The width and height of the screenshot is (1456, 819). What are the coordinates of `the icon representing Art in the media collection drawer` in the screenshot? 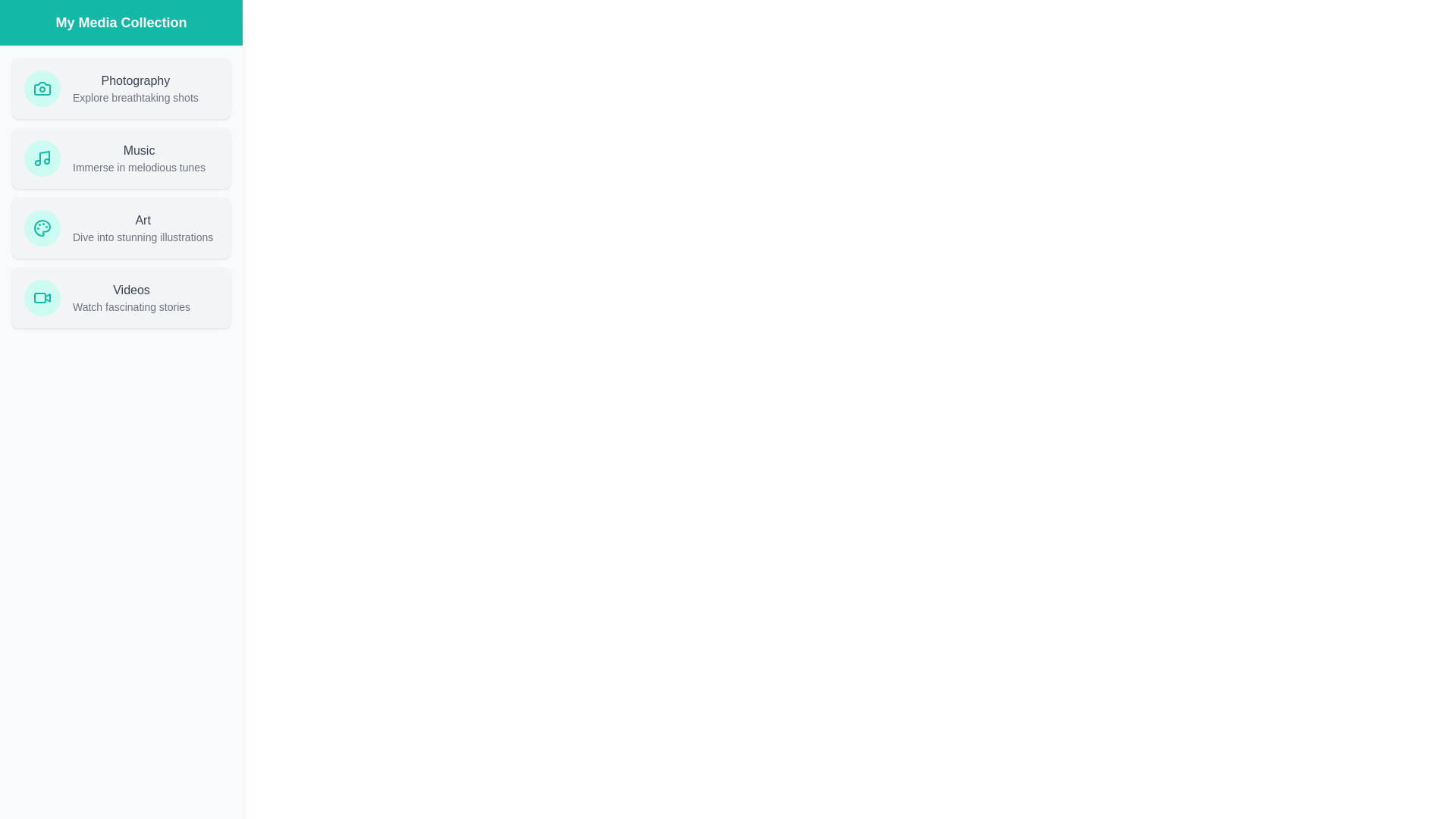 It's located at (42, 227).